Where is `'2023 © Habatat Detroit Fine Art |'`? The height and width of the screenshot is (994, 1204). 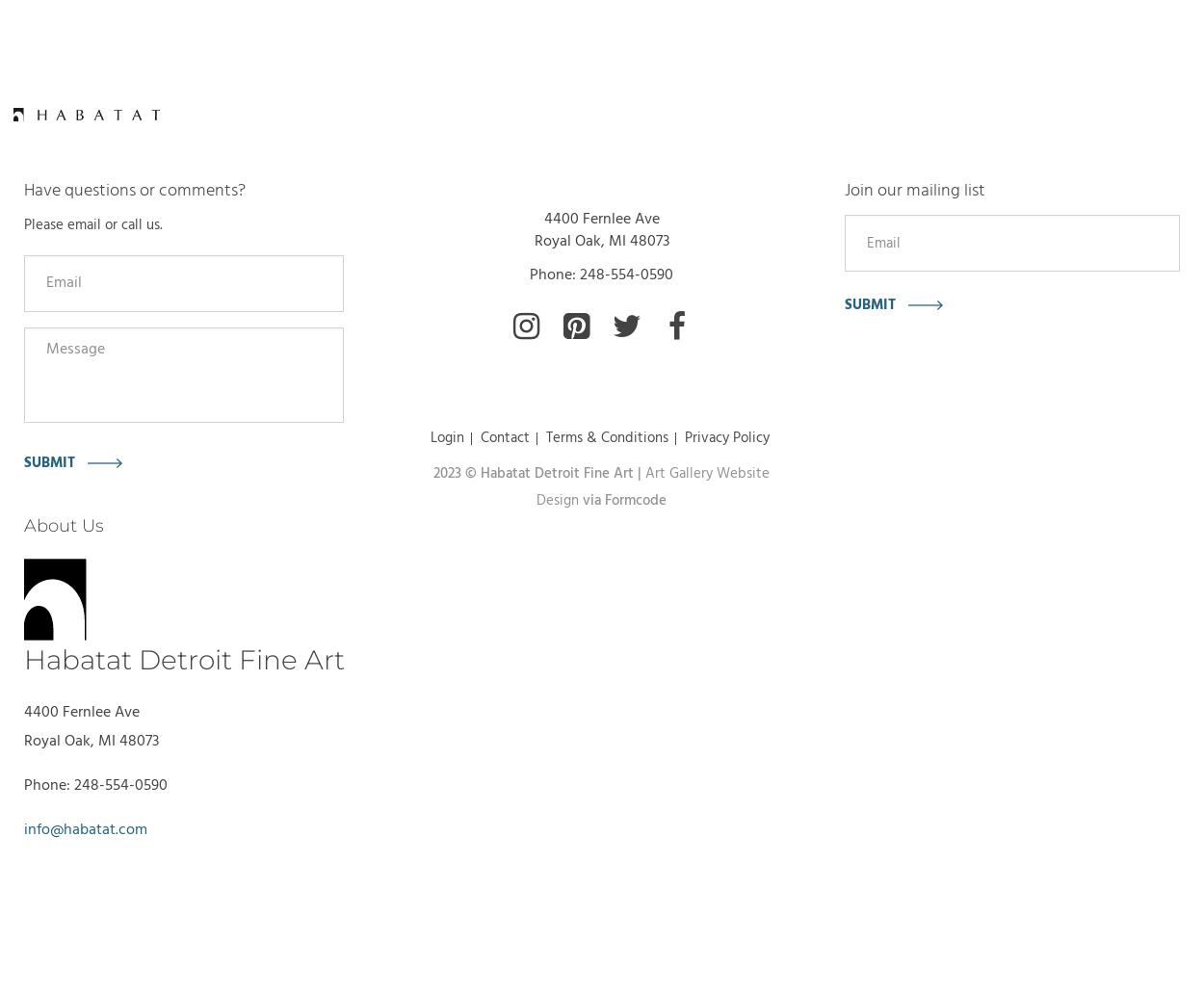 '2023 © Habatat Detroit Fine Art |' is located at coordinates (432, 472).